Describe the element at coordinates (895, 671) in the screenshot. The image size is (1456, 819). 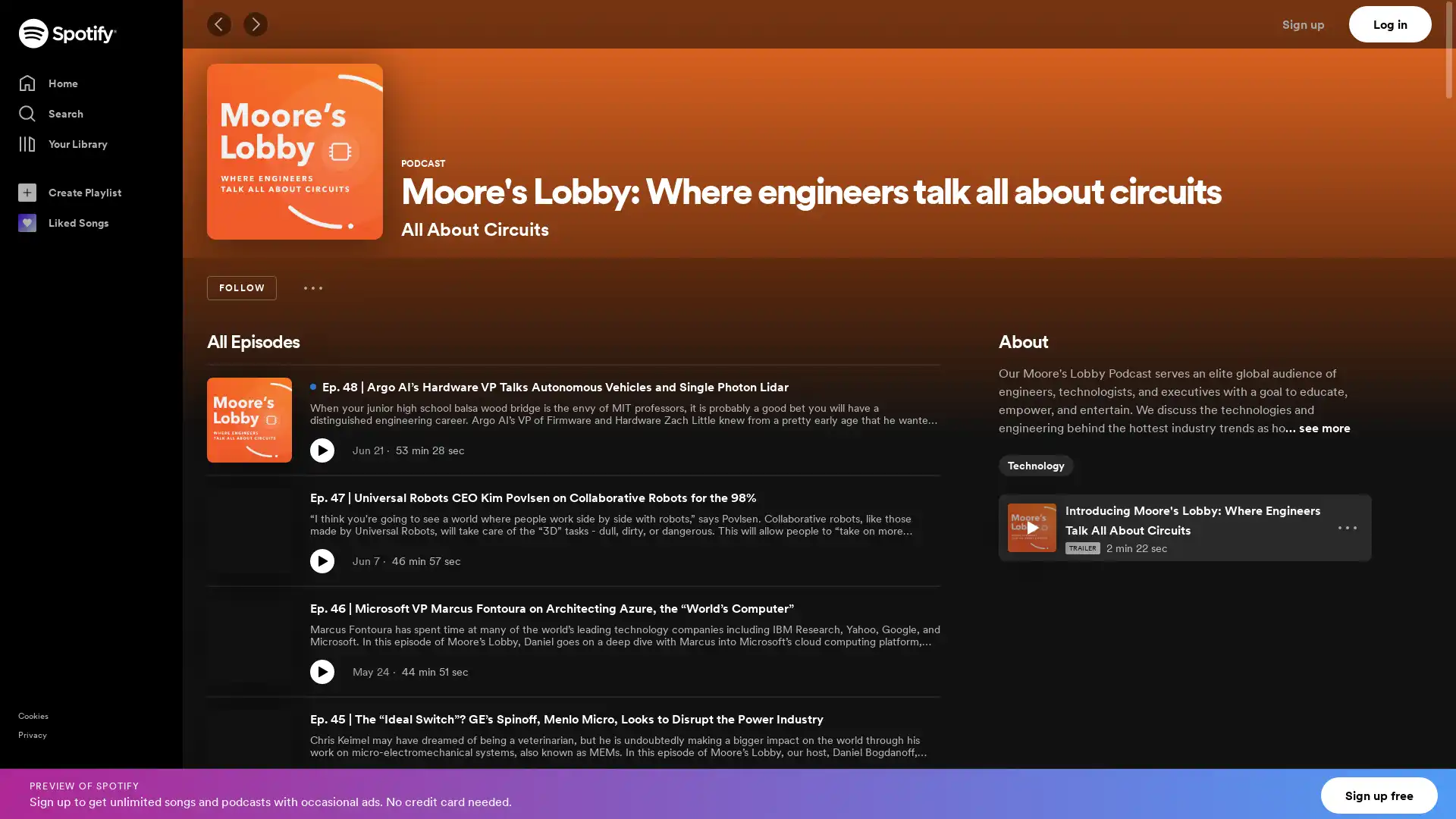
I see `Share` at that location.